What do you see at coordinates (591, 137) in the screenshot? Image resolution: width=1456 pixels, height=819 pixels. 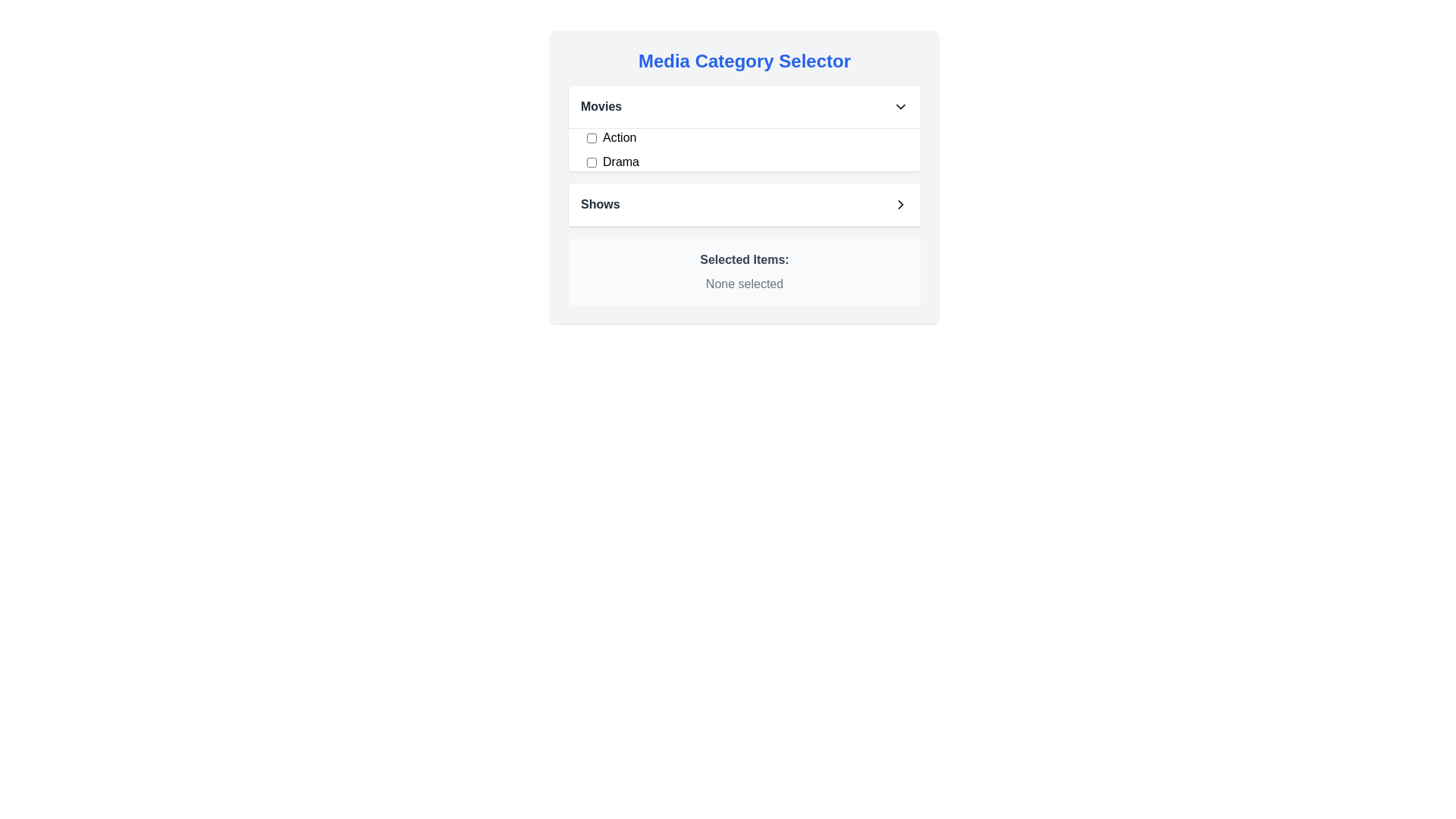 I see `the small, rounded checkbox styled with a blue theme located to the left of the text label 'Action' in the 'Movies' category` at bounding box center [591, 137].